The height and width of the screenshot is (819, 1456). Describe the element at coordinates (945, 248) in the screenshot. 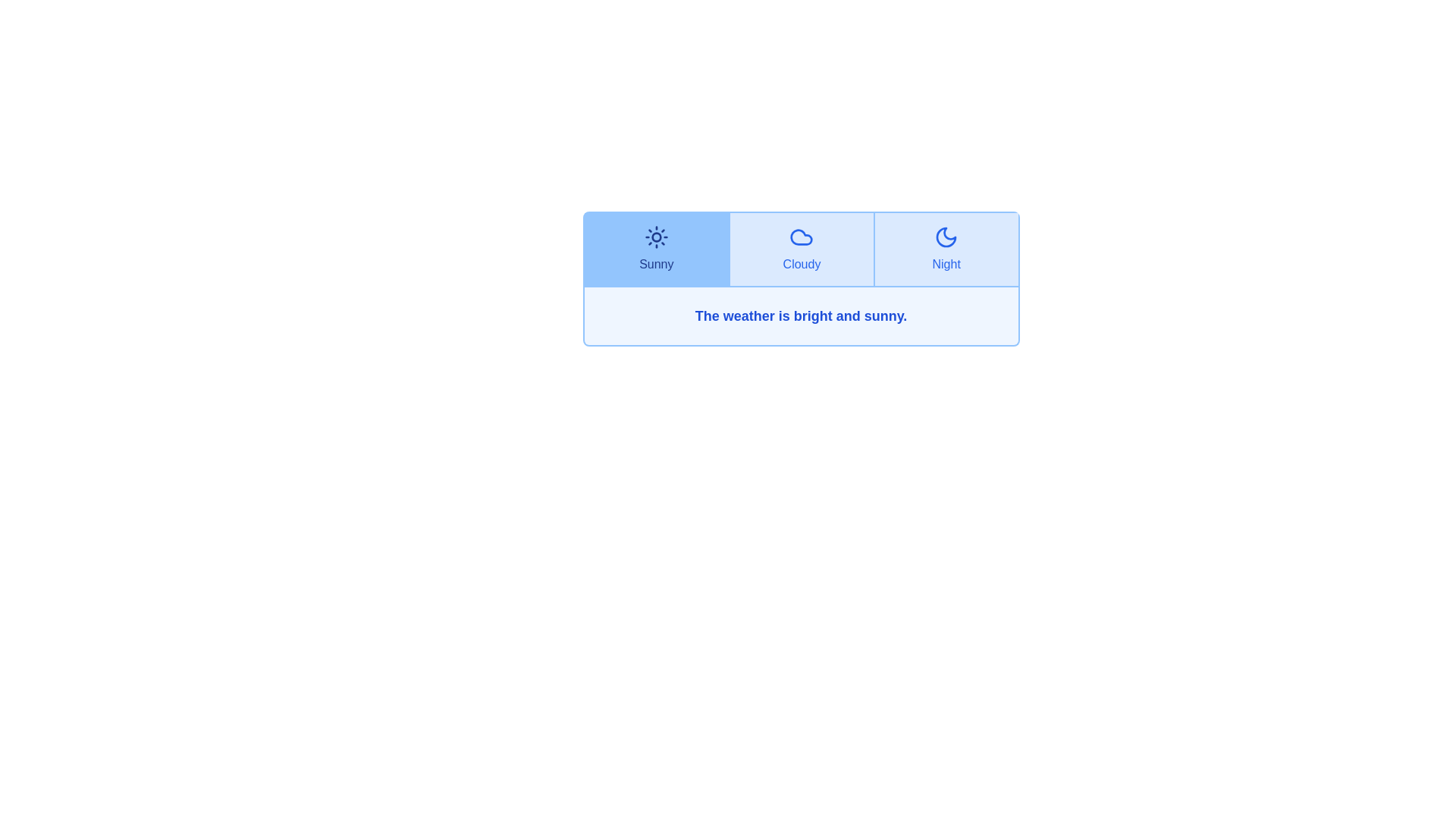

I see `the Night tab` at that location.